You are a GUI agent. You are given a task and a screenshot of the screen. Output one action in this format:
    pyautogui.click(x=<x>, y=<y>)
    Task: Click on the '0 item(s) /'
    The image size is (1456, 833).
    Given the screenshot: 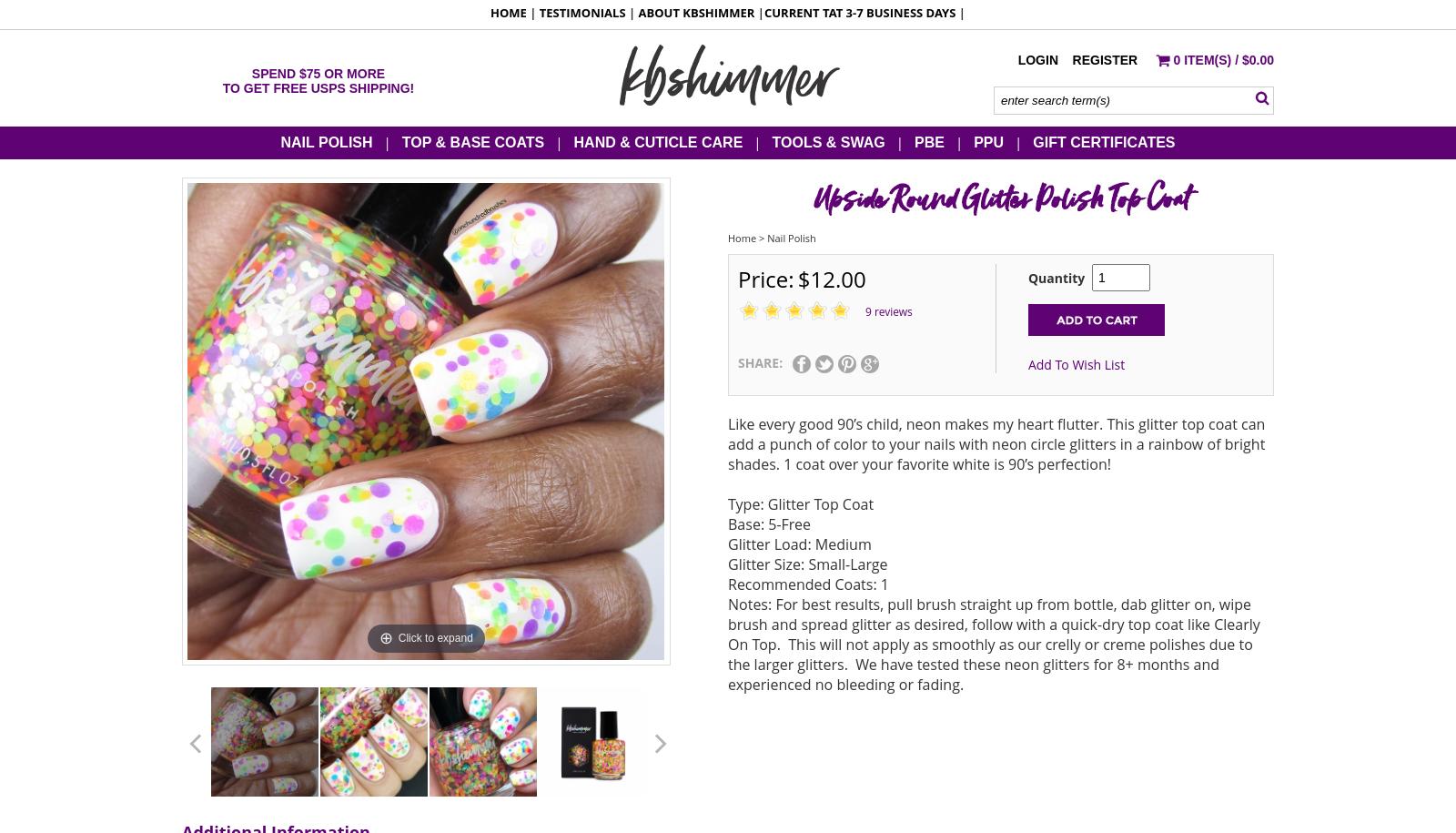 What is the action you would take?
    pyautogui.click(x=1206, y=58)
    